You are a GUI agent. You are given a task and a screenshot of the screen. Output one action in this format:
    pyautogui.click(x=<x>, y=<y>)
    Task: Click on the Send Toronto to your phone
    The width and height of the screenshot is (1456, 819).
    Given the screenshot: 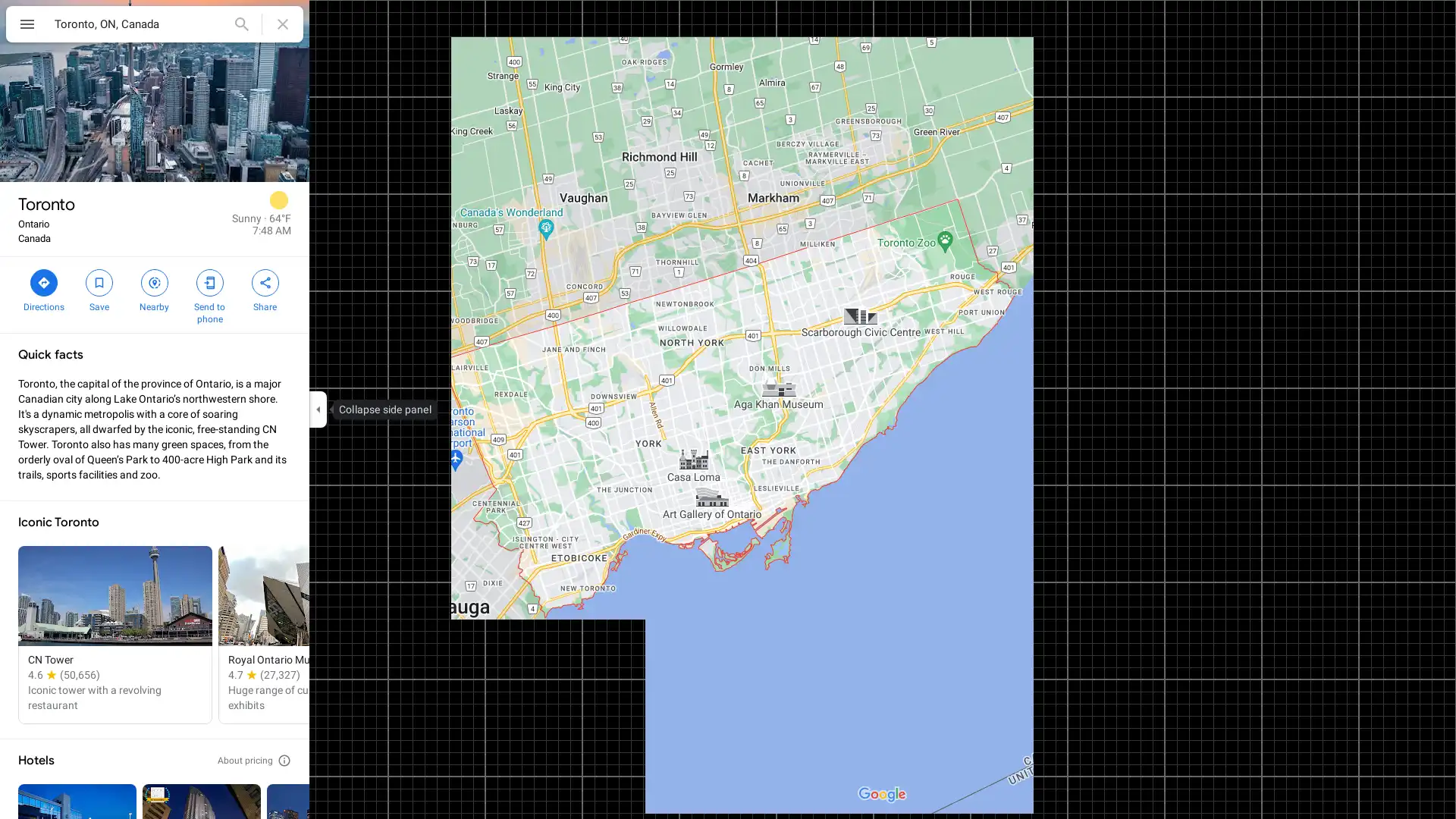 What is the action you would take?
    pyautogui.click(x=209, y=295)
    